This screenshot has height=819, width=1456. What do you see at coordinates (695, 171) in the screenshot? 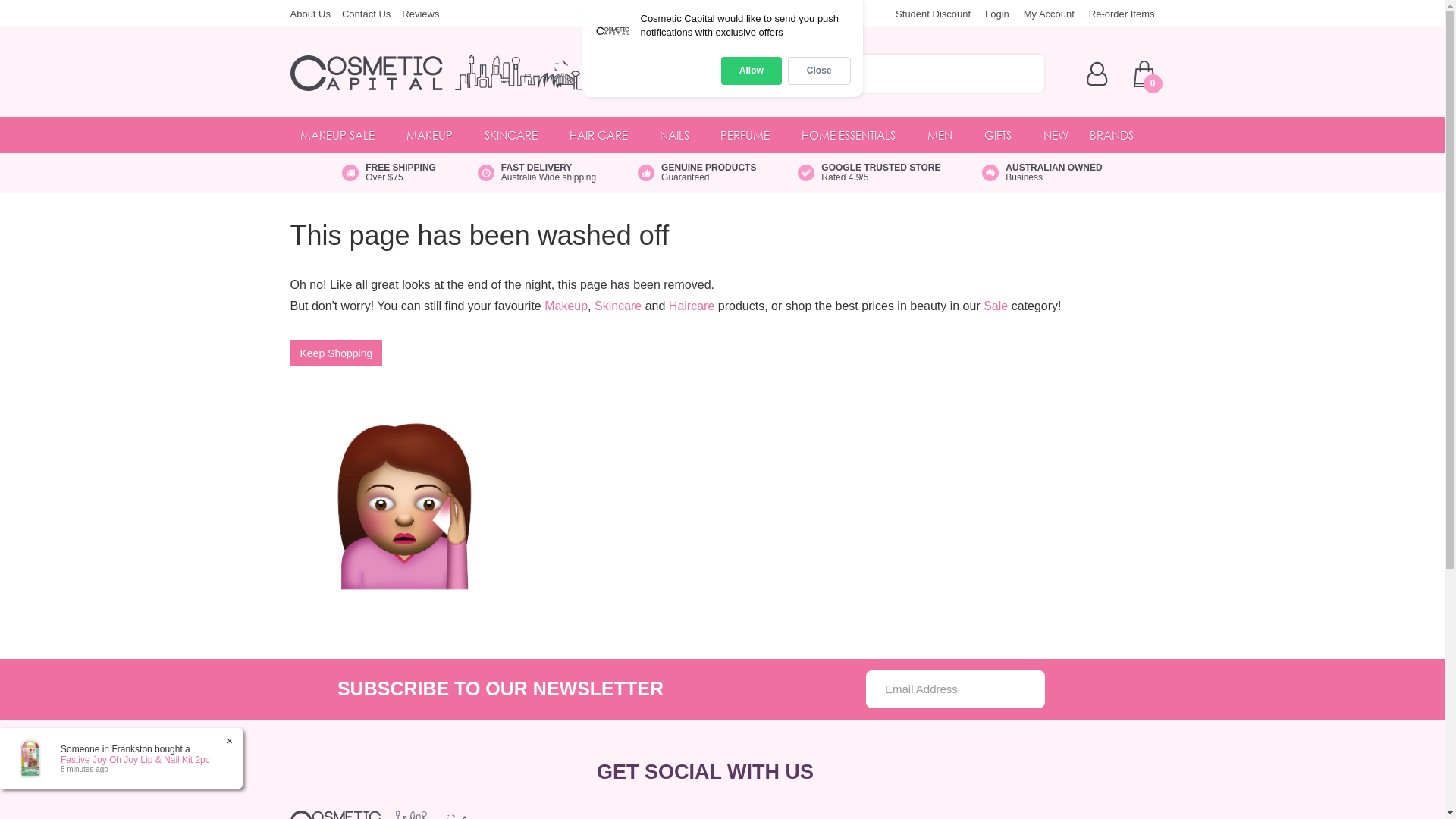
I see `'GENUINE PRODUCTS` at bounding box center [695, 171].